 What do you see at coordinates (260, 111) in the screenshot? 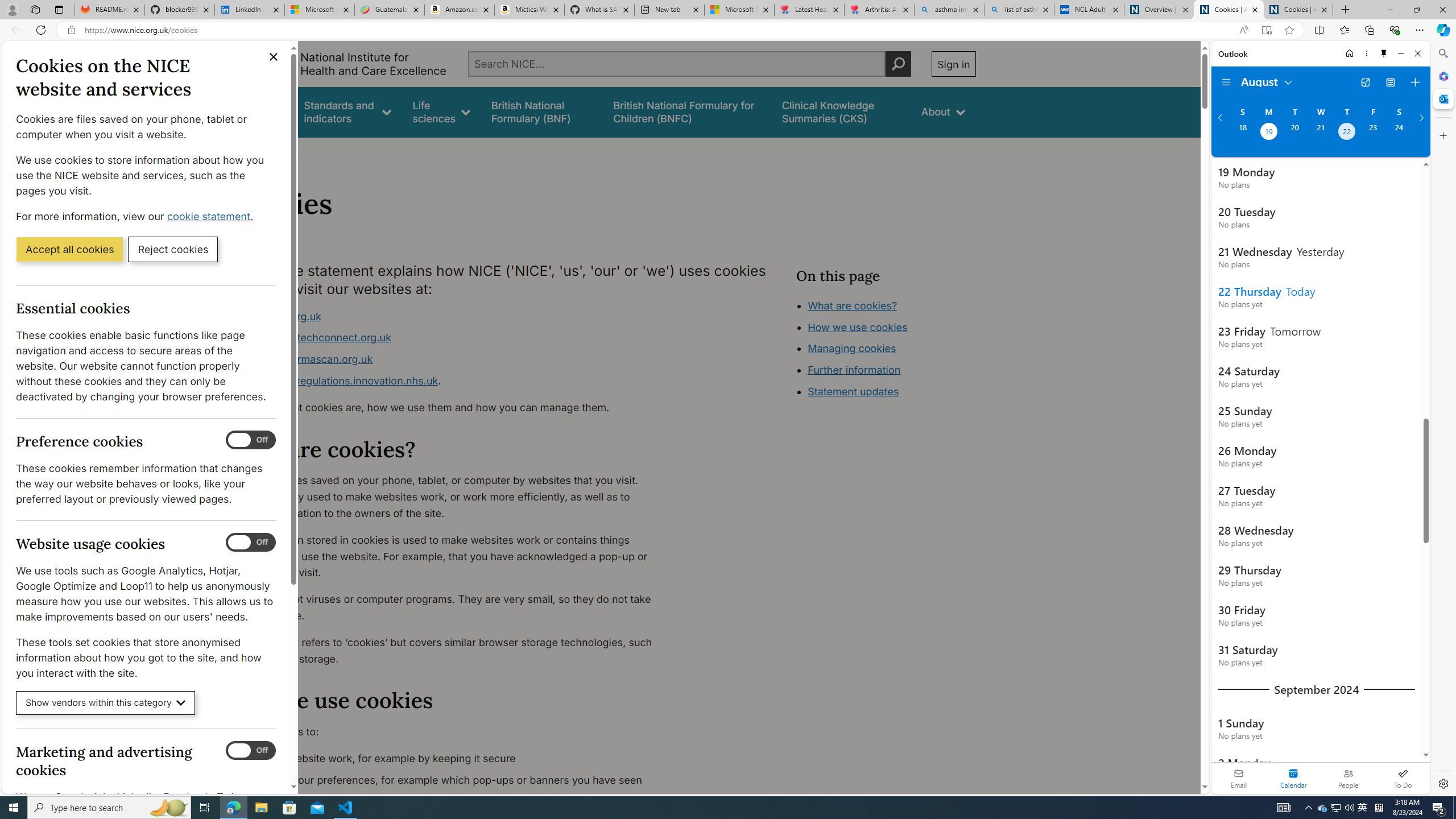
I see `'Guidance'` at bounding box center [260, 111].